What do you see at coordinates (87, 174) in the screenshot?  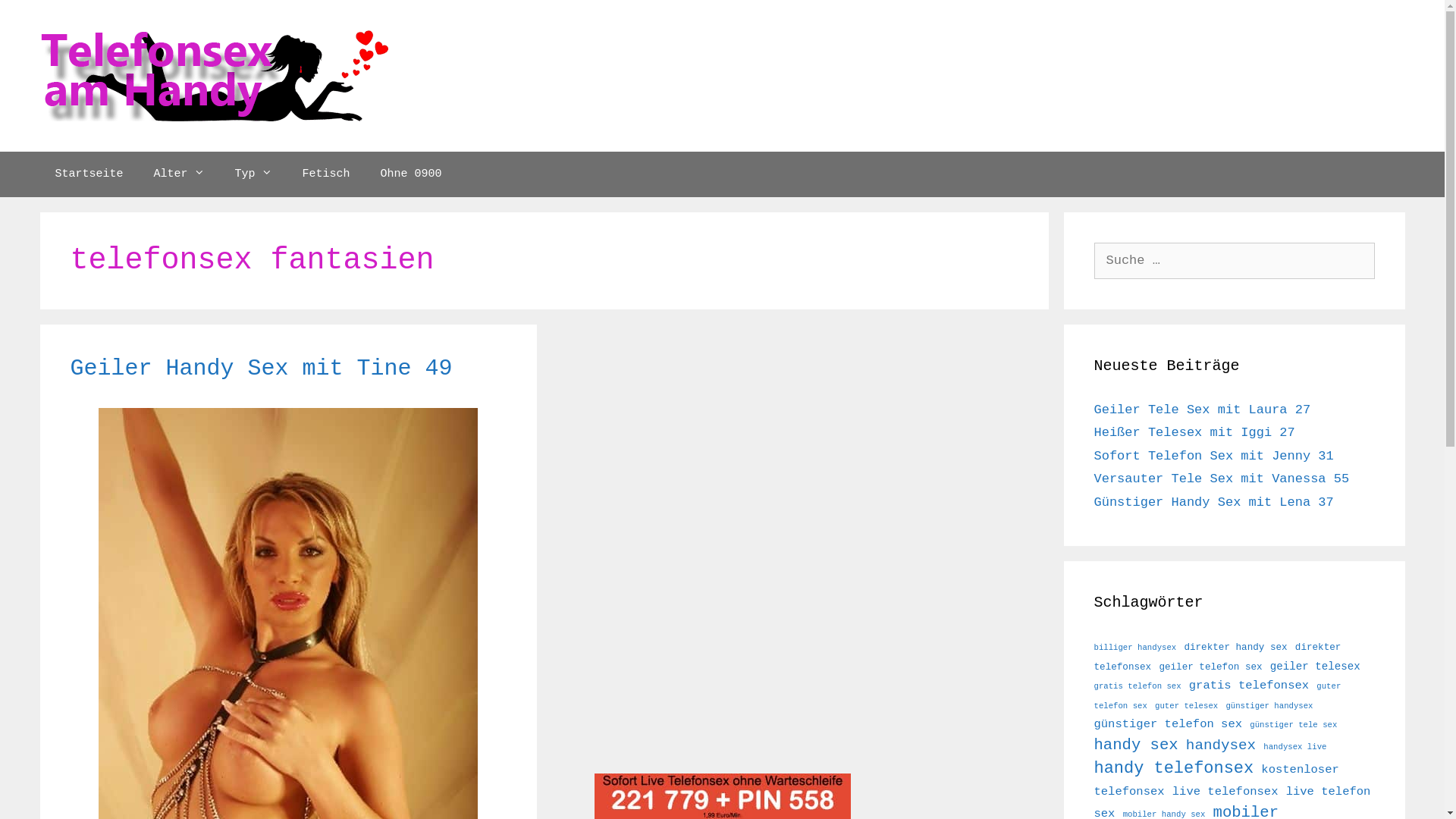 I see `'Startseite'` at bounding box center [87, 174].